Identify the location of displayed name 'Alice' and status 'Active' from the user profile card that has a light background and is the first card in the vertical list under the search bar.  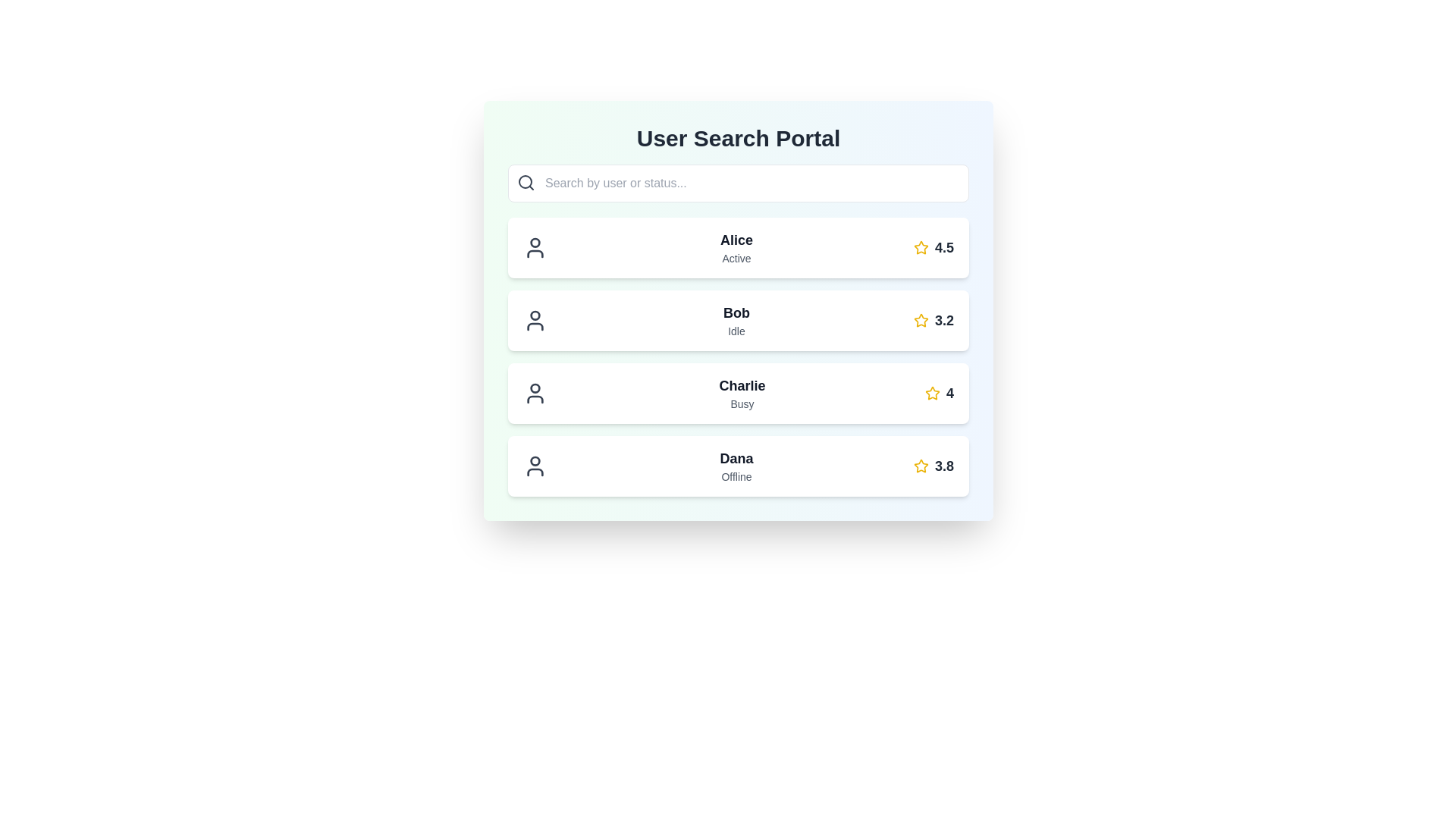
(739, 247).